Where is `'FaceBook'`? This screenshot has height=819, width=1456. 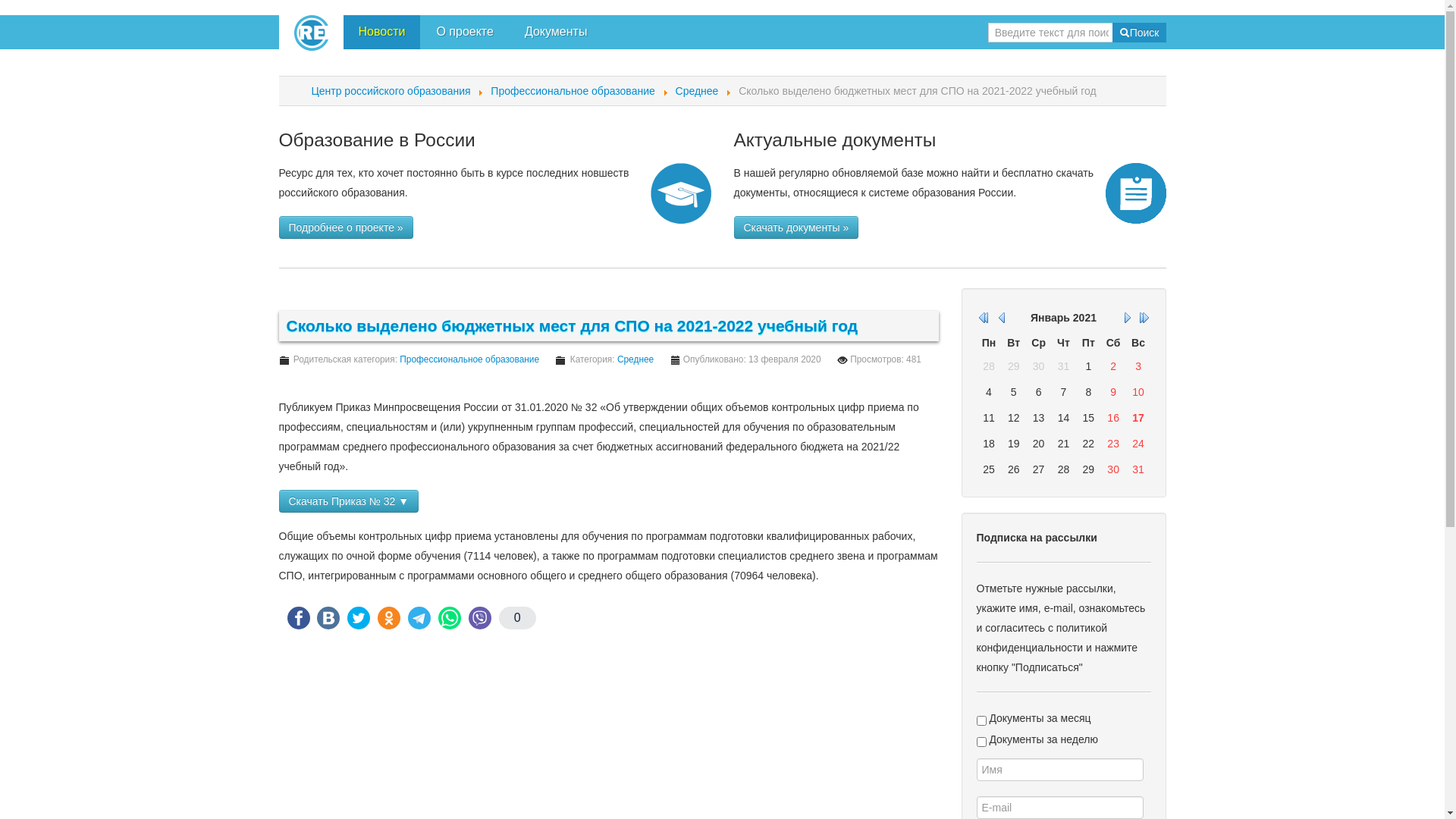 'FaceBook' is located at coordinates (298, 617).